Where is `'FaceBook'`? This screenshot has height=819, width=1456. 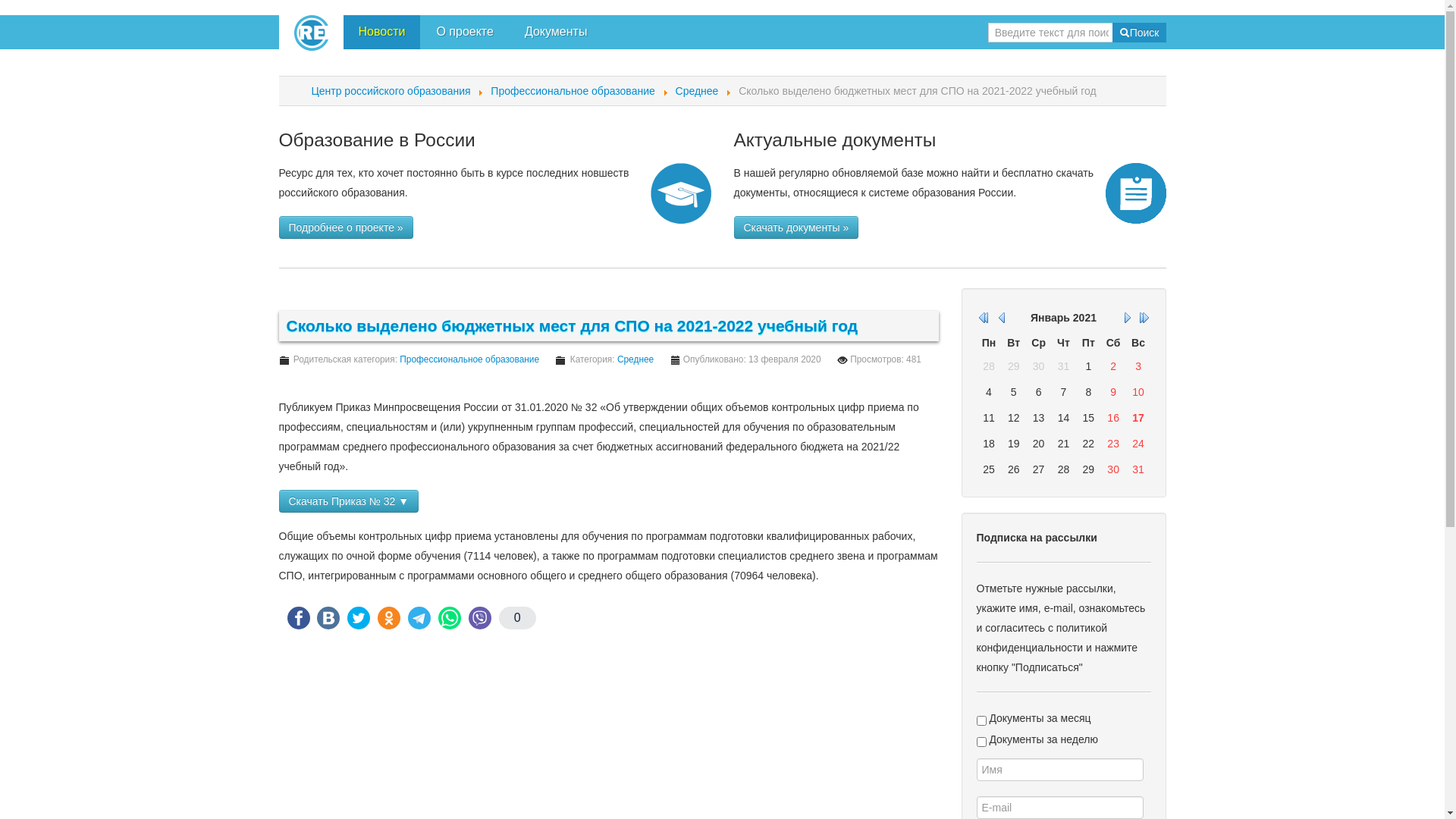 'FaceBook' is located at coordinates (298, 617).